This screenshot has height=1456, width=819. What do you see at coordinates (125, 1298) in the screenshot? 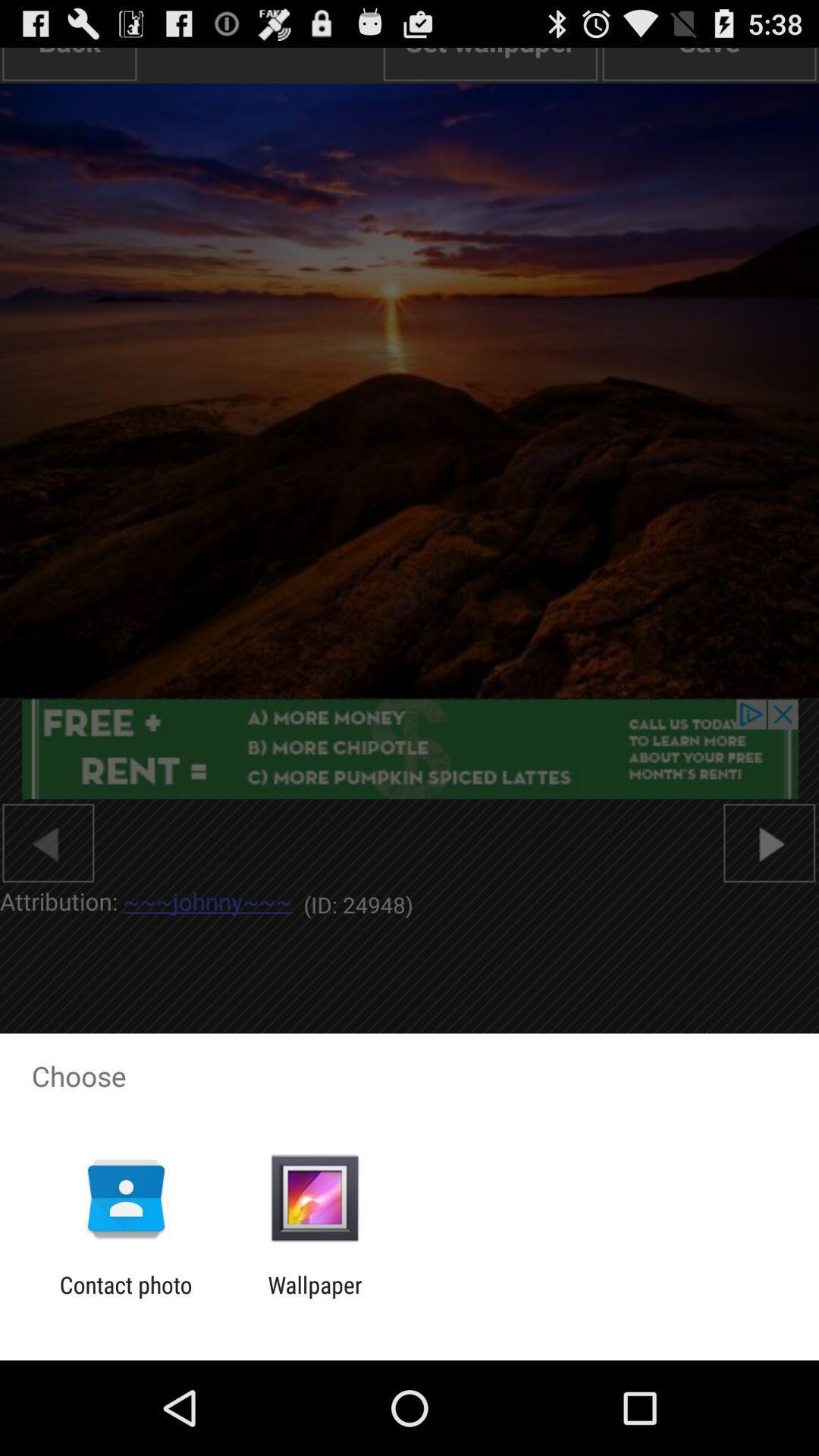
I see `the contact photo item` at bounding box center [125, 1298].